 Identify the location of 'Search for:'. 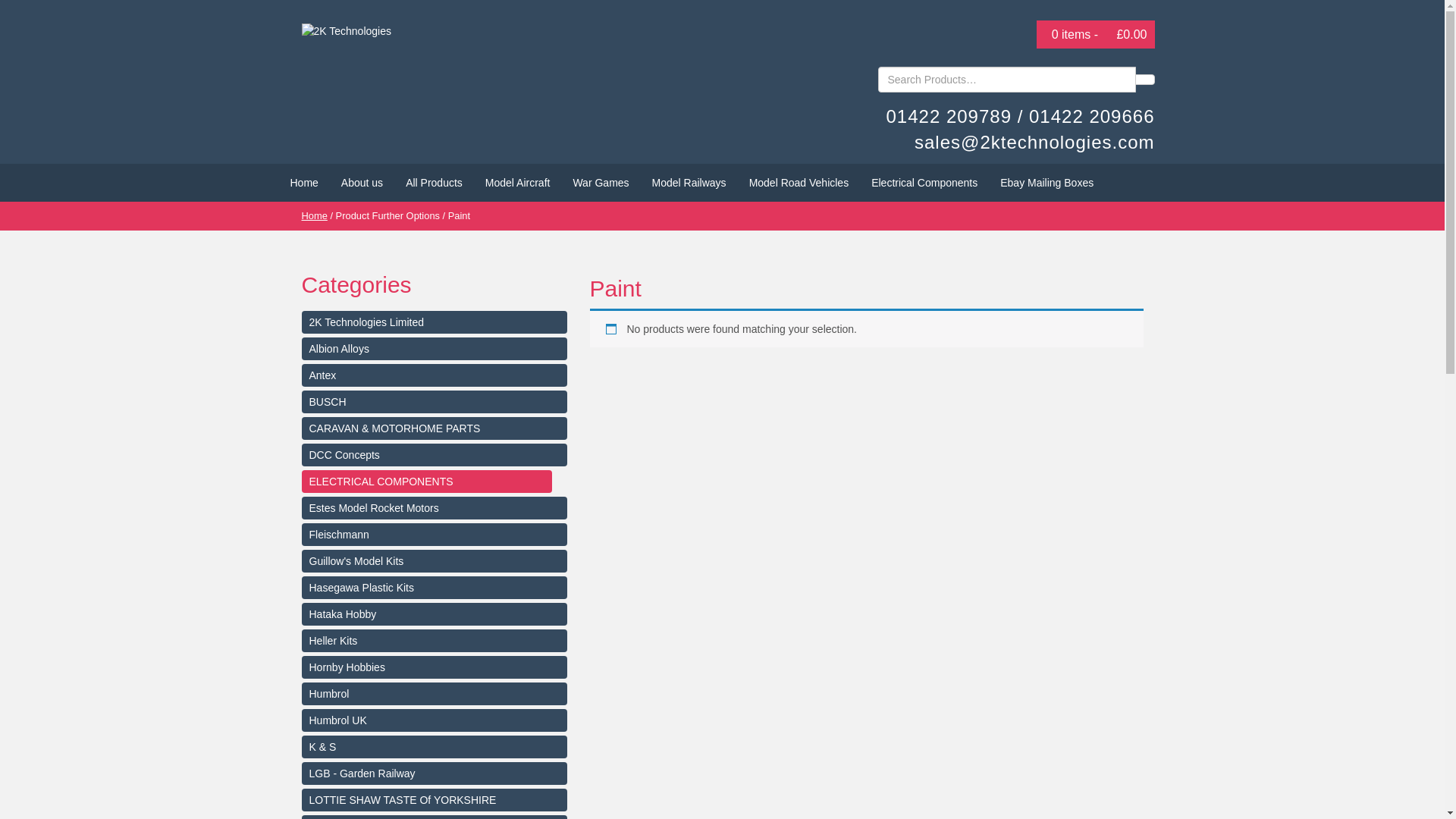
(1007, 79).